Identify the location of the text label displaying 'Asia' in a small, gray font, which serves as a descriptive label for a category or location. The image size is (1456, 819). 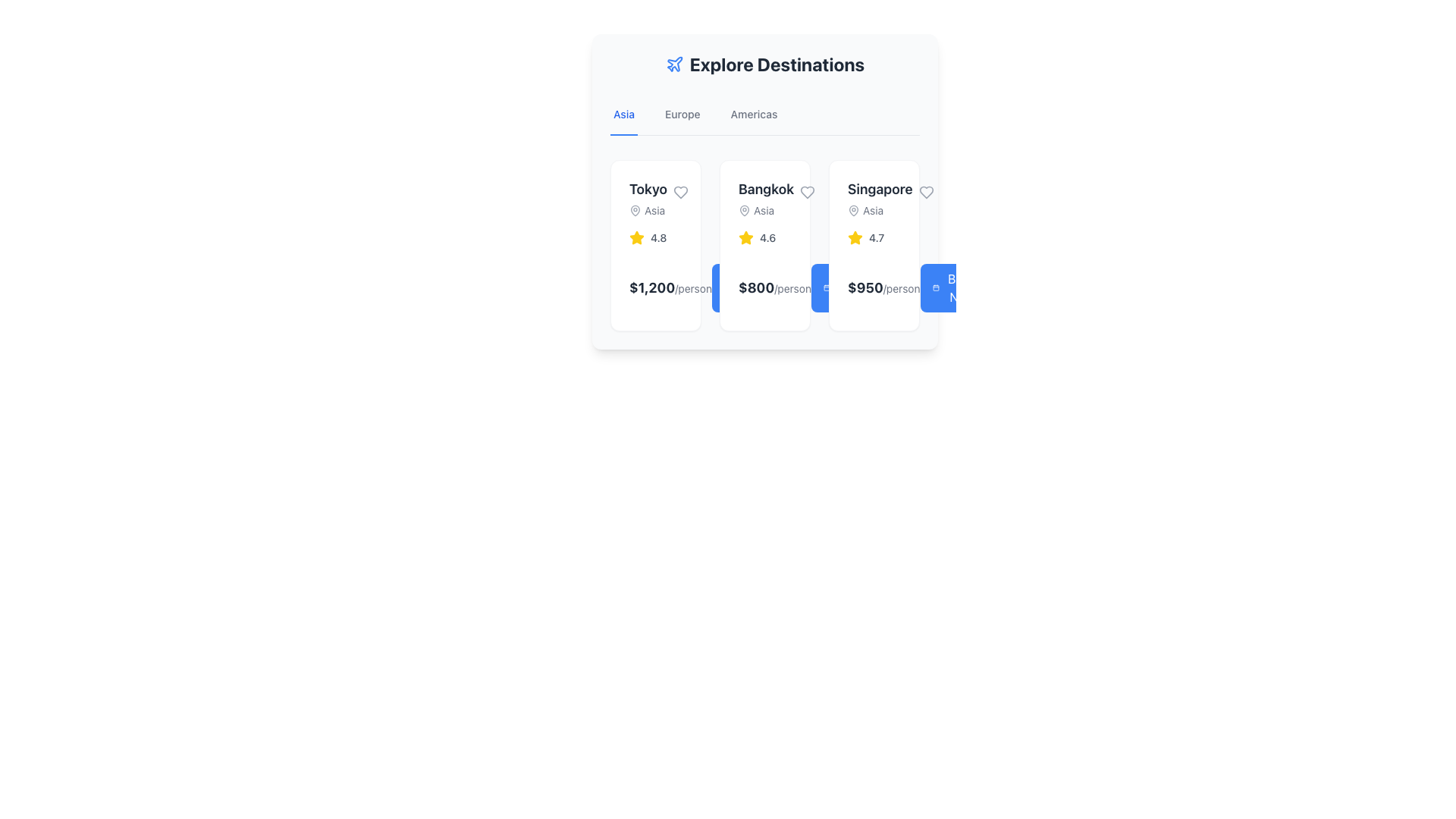
(654, 210).